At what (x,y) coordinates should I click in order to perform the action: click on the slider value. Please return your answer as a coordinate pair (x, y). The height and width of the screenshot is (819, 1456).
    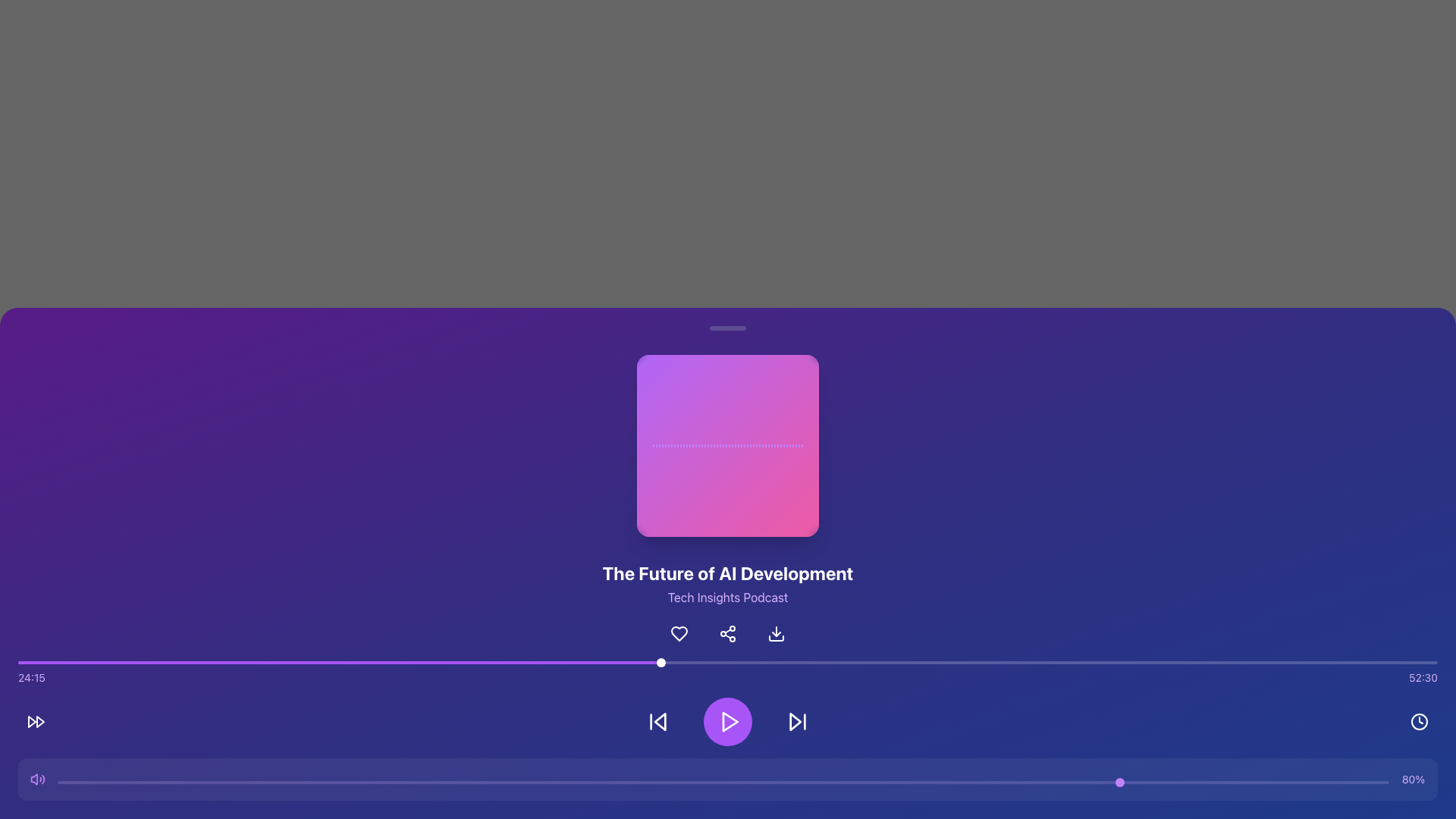
    Looking at the image, I should click on (377, 783).